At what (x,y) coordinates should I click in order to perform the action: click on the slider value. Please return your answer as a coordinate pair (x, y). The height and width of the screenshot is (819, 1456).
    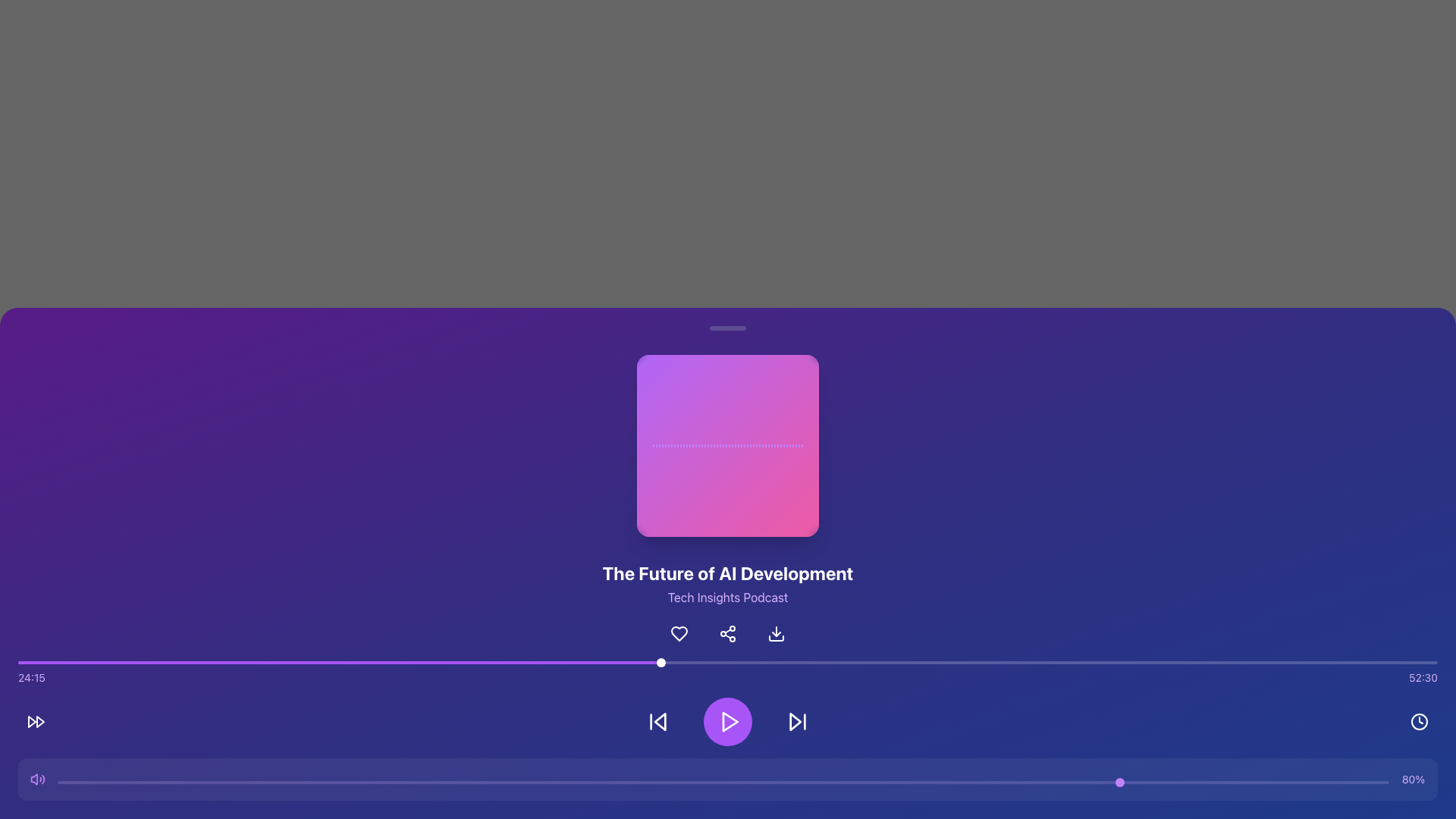
    Looking at the image, I should click on (377, 783).